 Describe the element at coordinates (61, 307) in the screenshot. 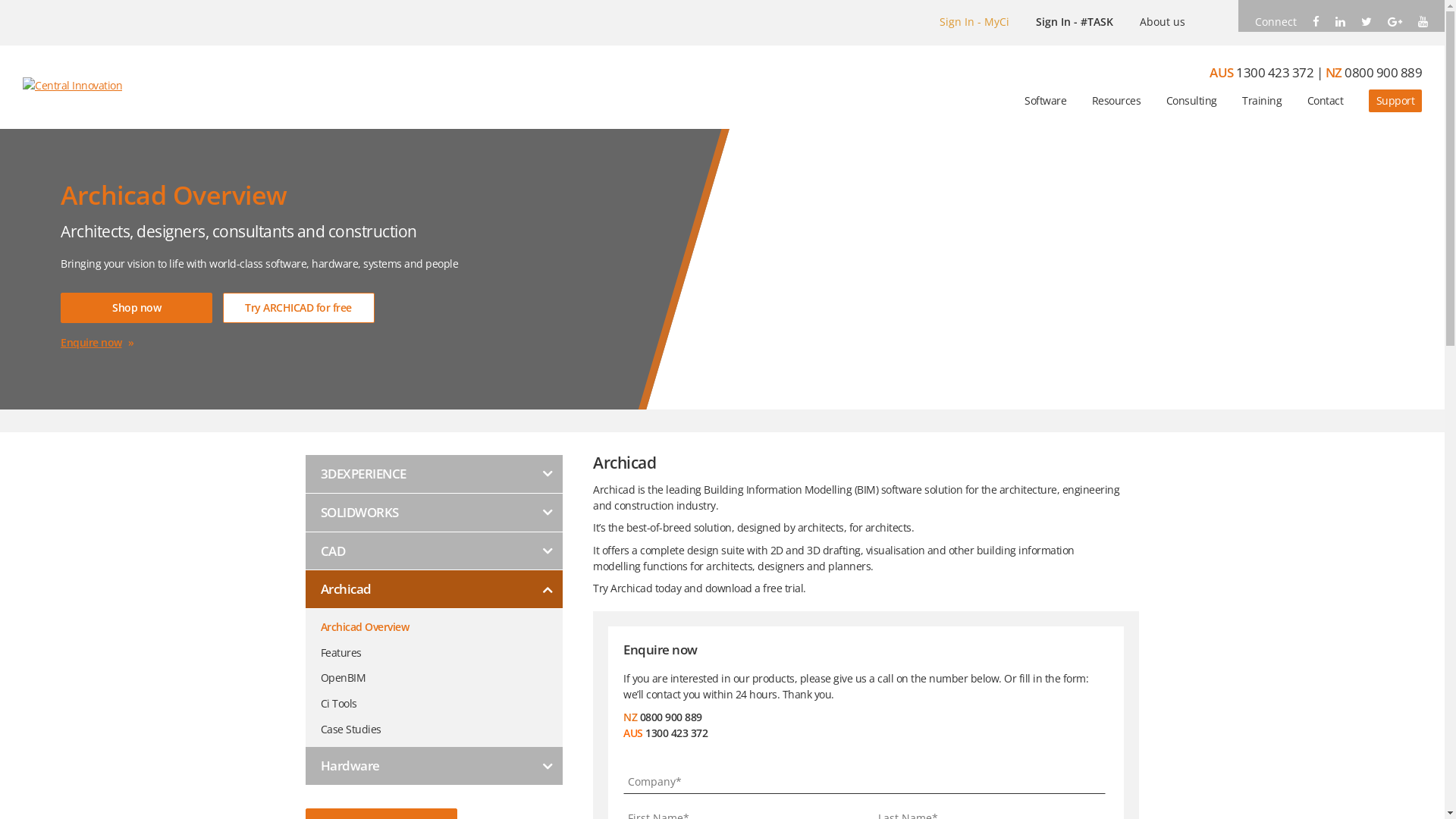

I see `'Shop now'` at that location.